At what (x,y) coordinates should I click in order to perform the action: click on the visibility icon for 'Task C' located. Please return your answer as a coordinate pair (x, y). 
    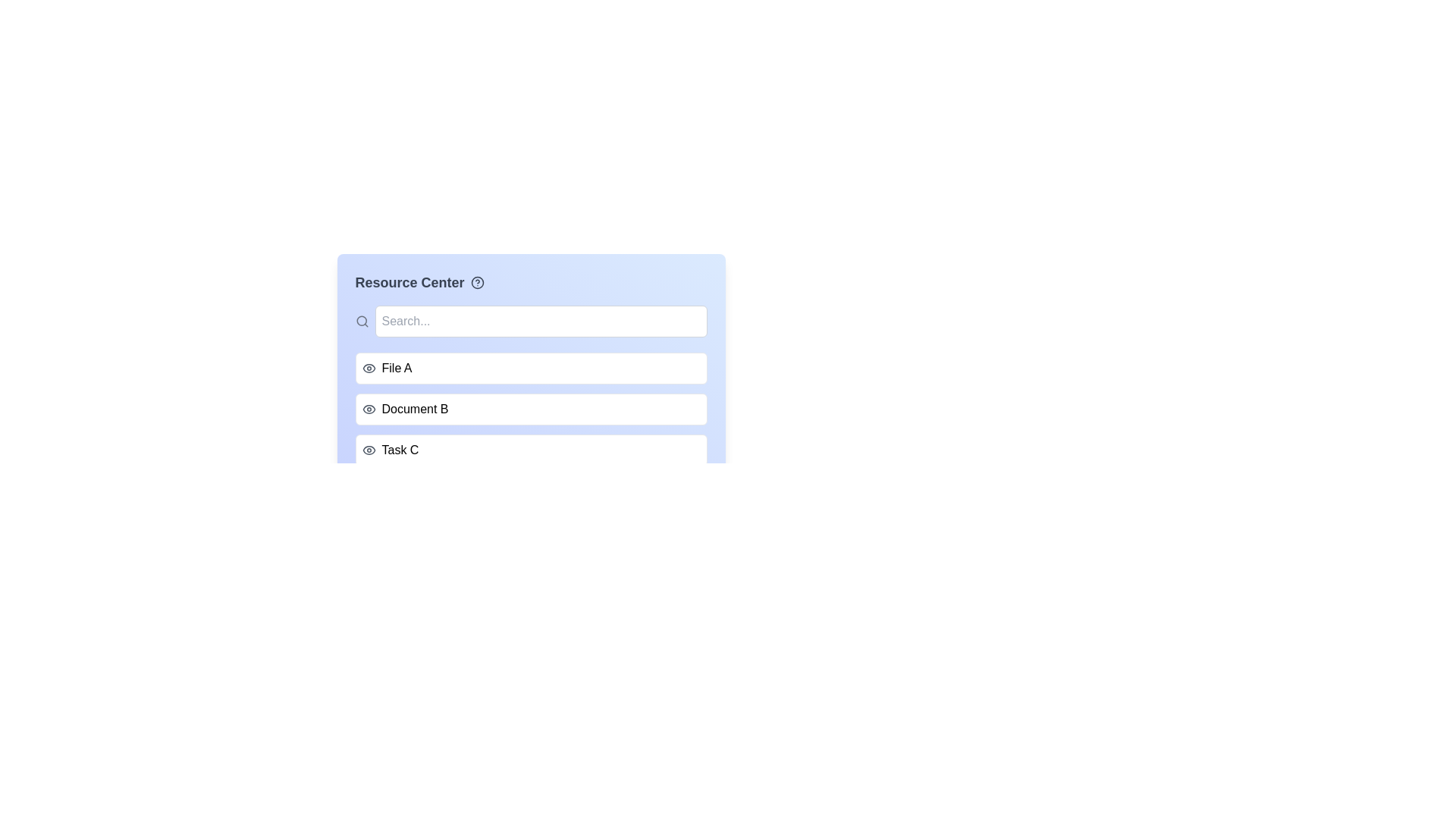
    Looking at the image, I should click on (369, 450).